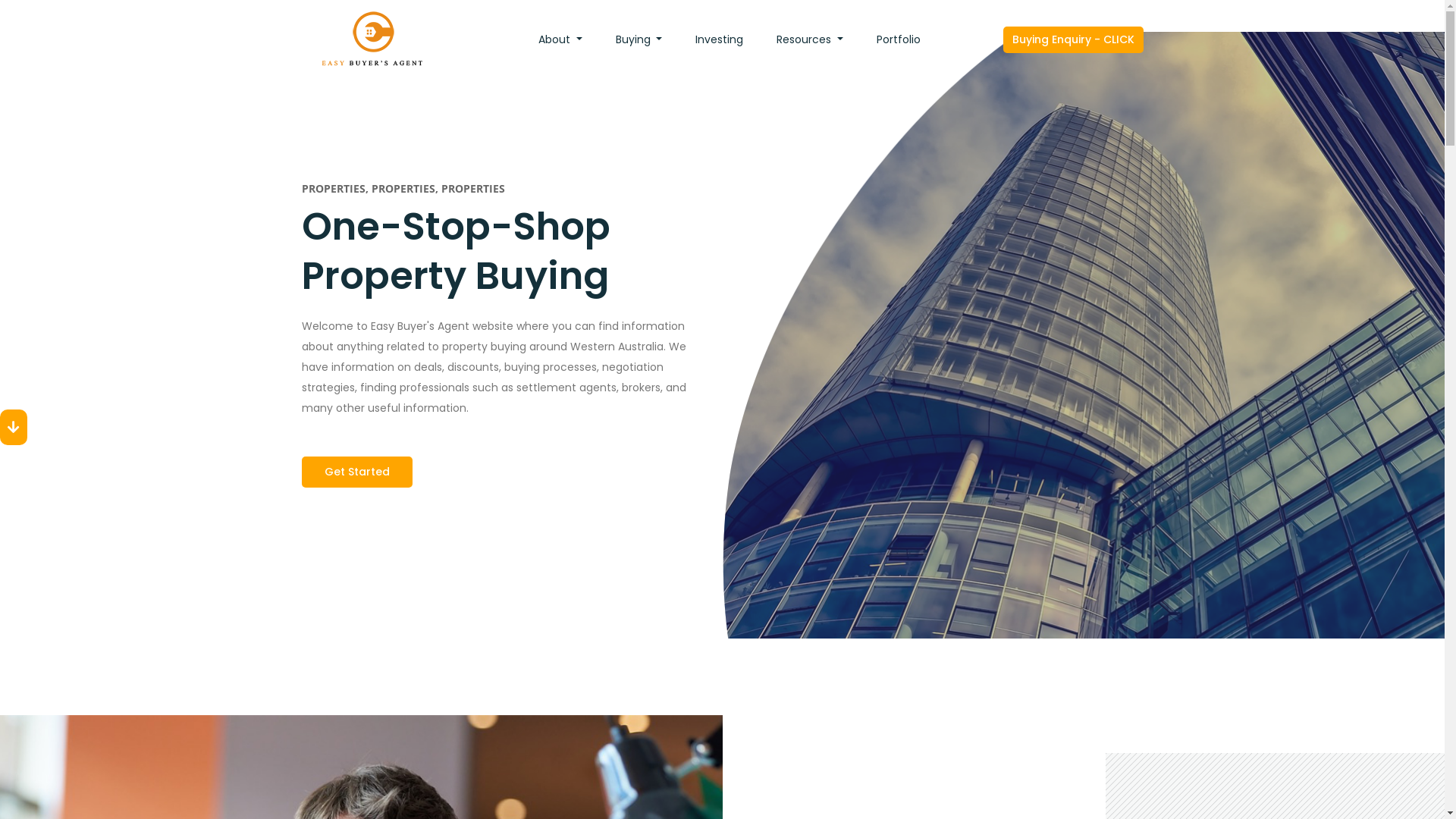  I want to click on 'About', so click(560, 39).